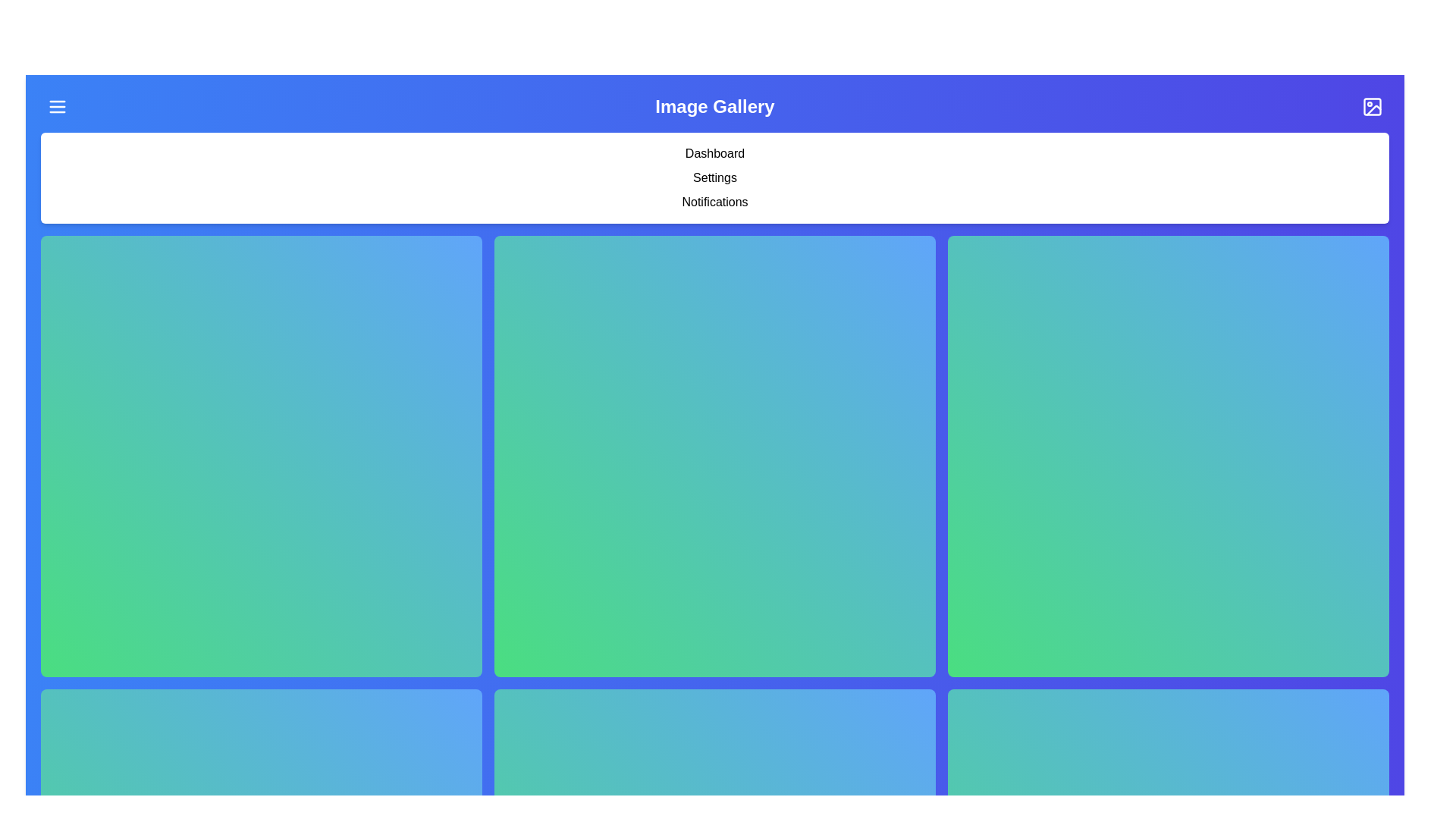 This screenshot has height=819, width=1456. Describe the element at coordinates (1372, 106) in the screenshot. I see `gallery button to toggle the gallery section` at that location.